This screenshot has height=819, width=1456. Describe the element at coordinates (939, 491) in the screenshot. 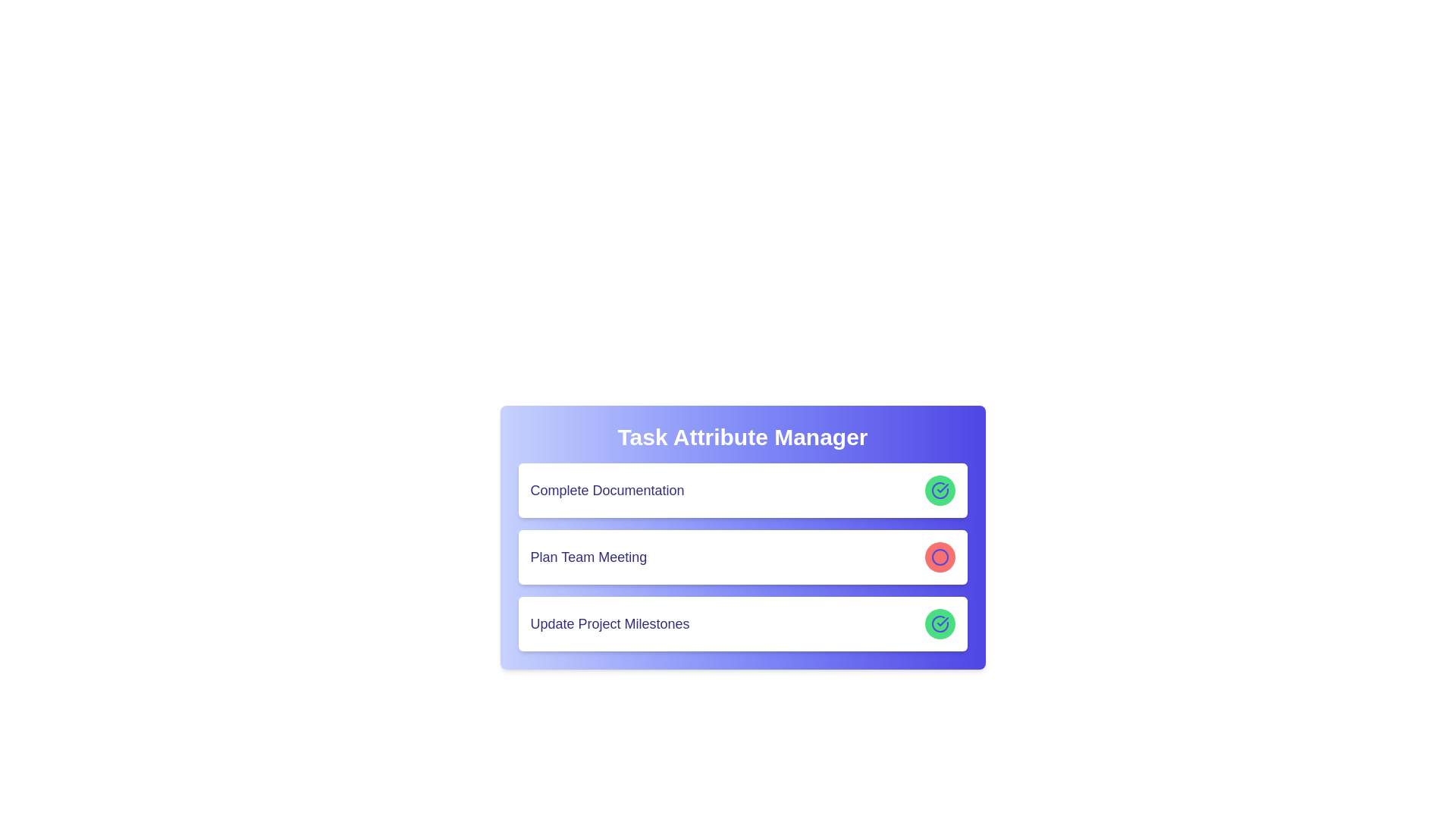

I see `the interactive button located on the right side of the 'Complete Documentation' text` at that location.